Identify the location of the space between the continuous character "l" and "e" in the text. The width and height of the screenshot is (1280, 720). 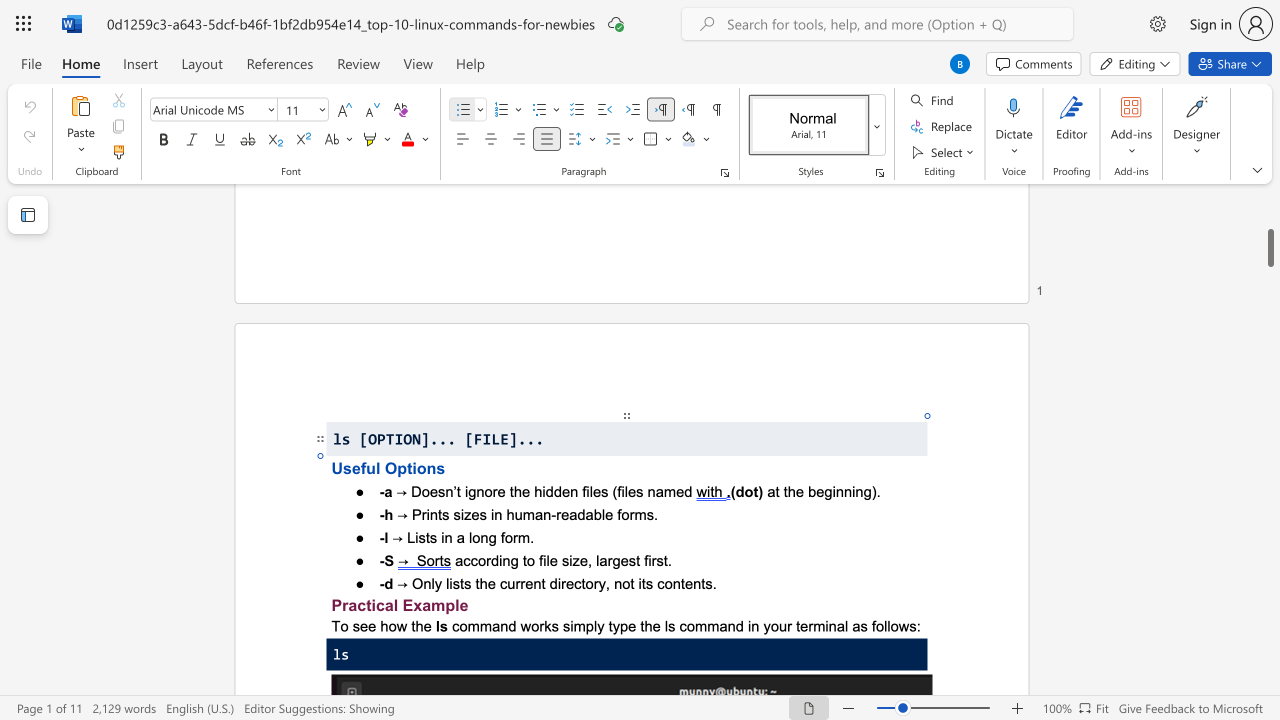
(459, 604).